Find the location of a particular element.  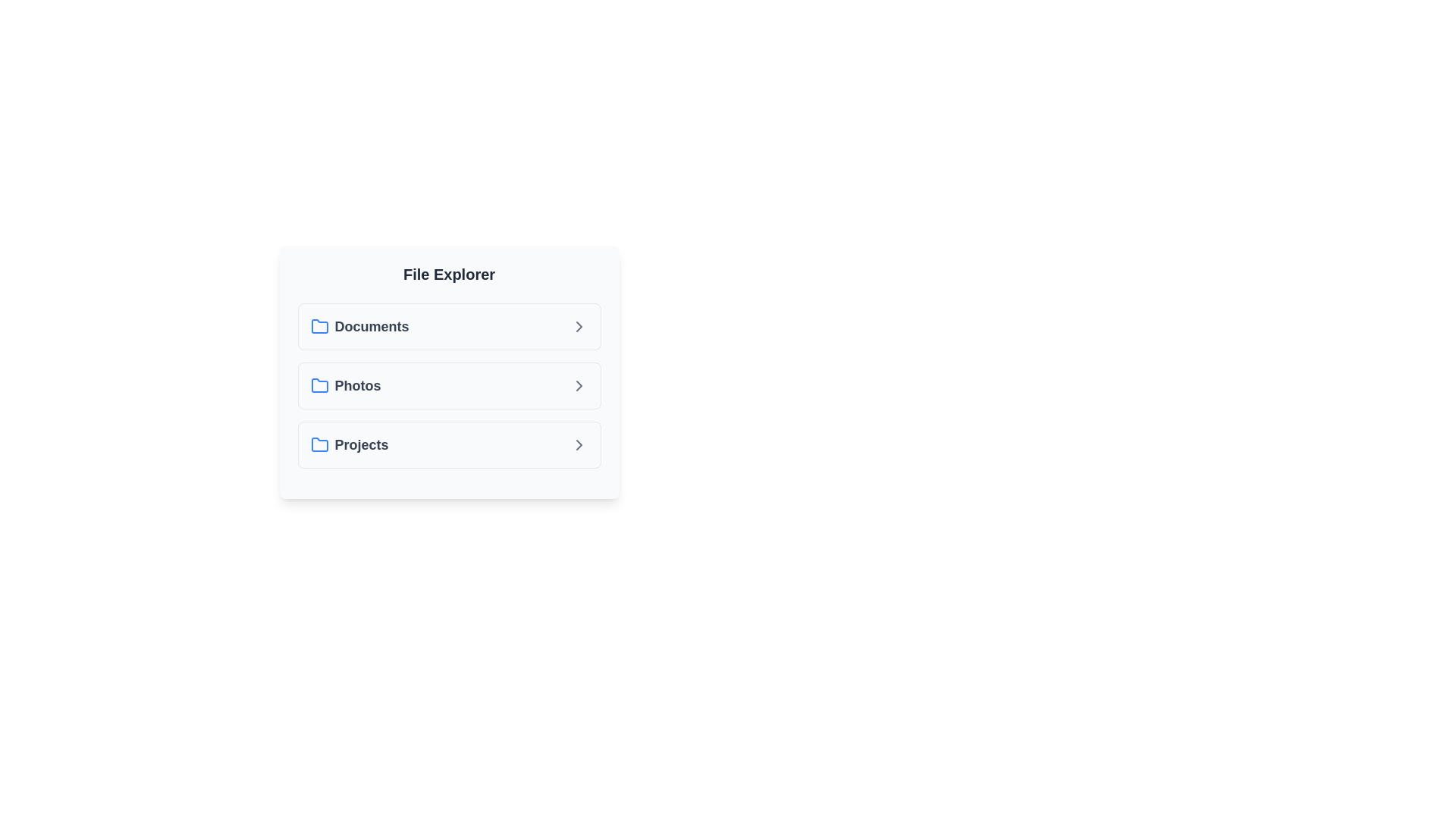

the folder icon next to Projects is located at coordinates (318, 444).